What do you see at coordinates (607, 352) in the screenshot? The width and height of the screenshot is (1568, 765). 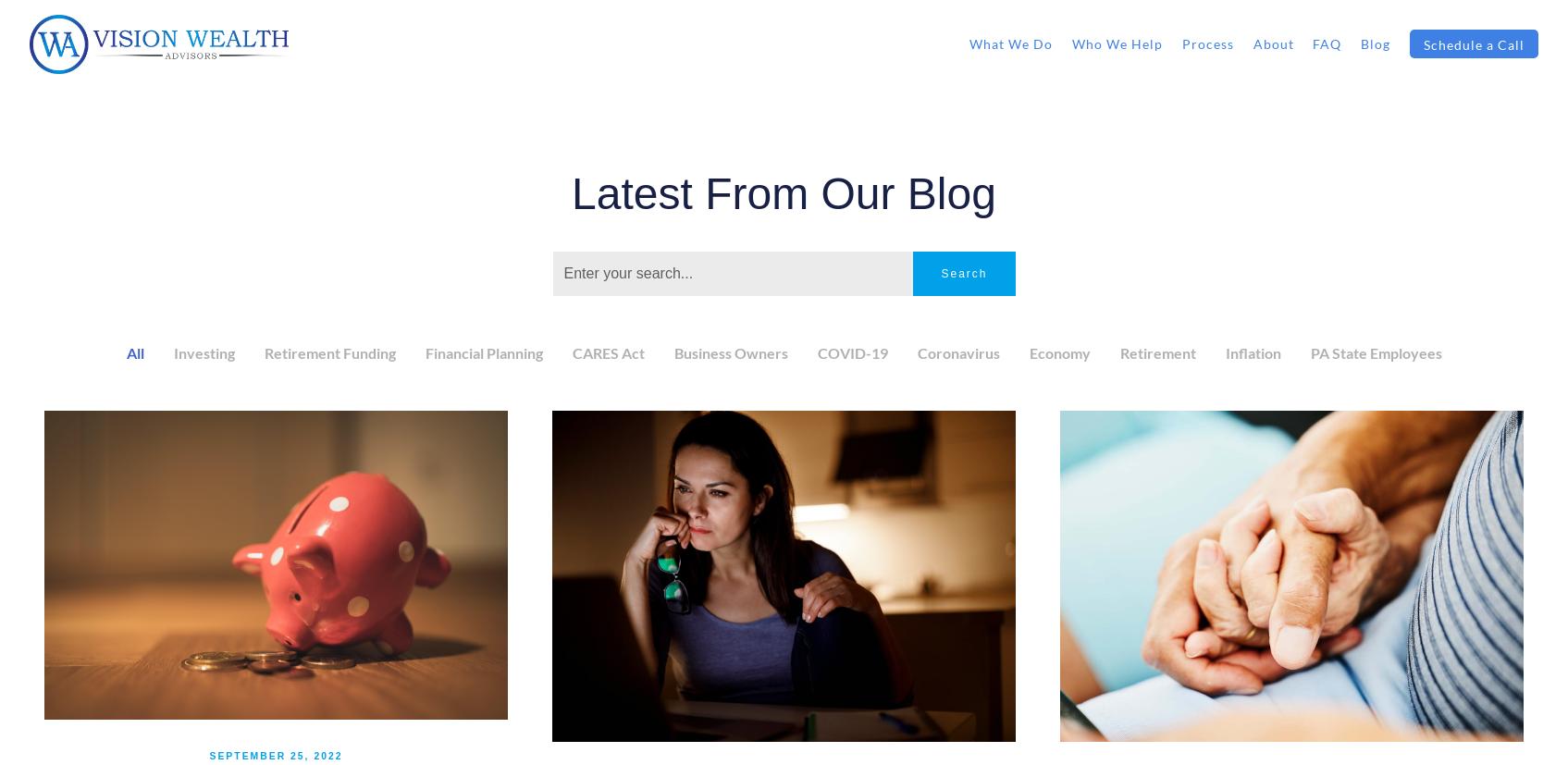 I see `'CARES Act'` at bounding box center [607, 352].